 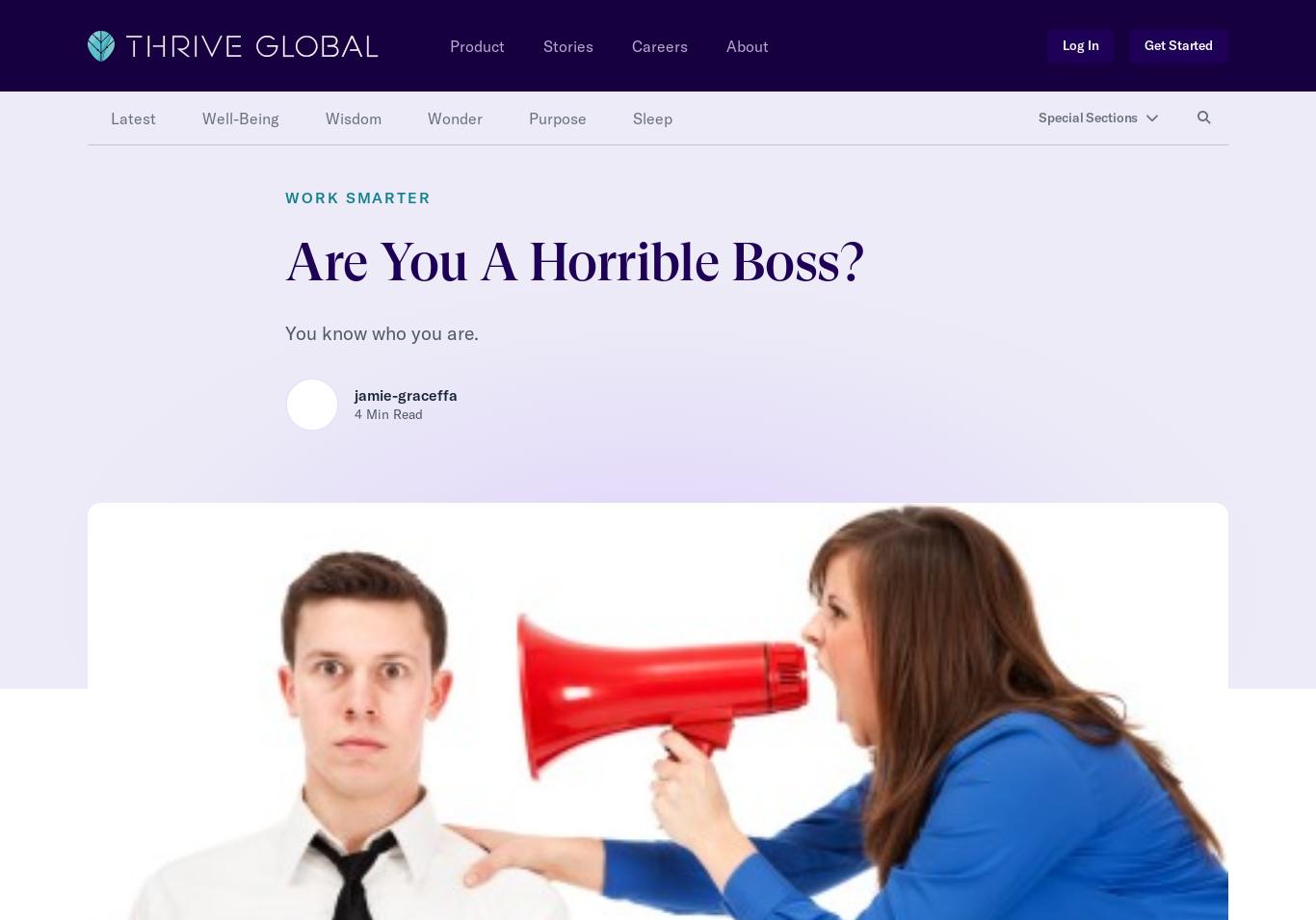 I want to click on '· Watch, learn and apply from peers and colleagues that are exceptional bosses. Reach out, but her a coffee and ask for help.', so click(x=636, y=498).